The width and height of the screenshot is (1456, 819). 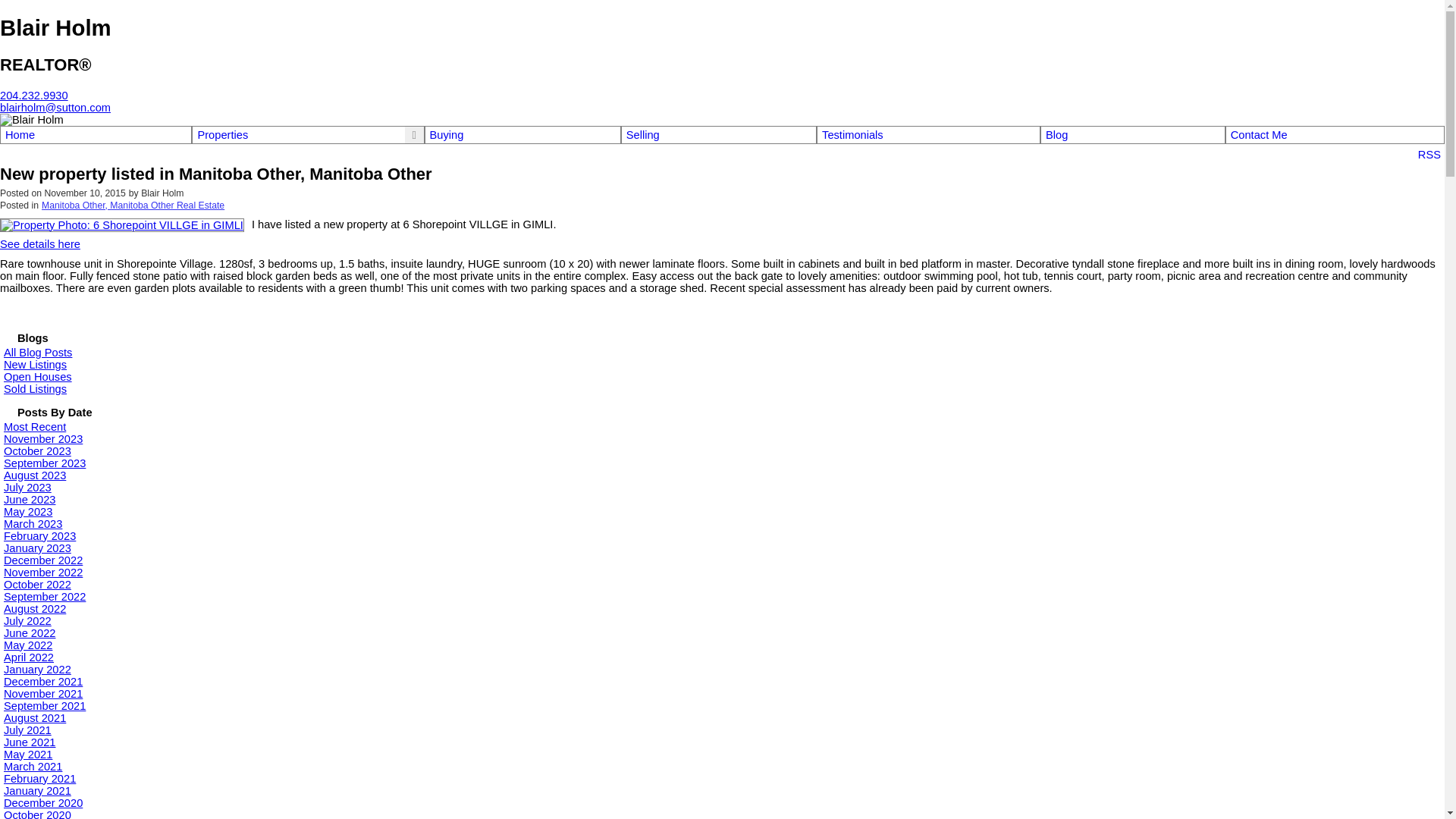 What do you see at coordinates (29, 742) in the screenshot?
I see `'June 2021'` at bounding box center [29, 742].